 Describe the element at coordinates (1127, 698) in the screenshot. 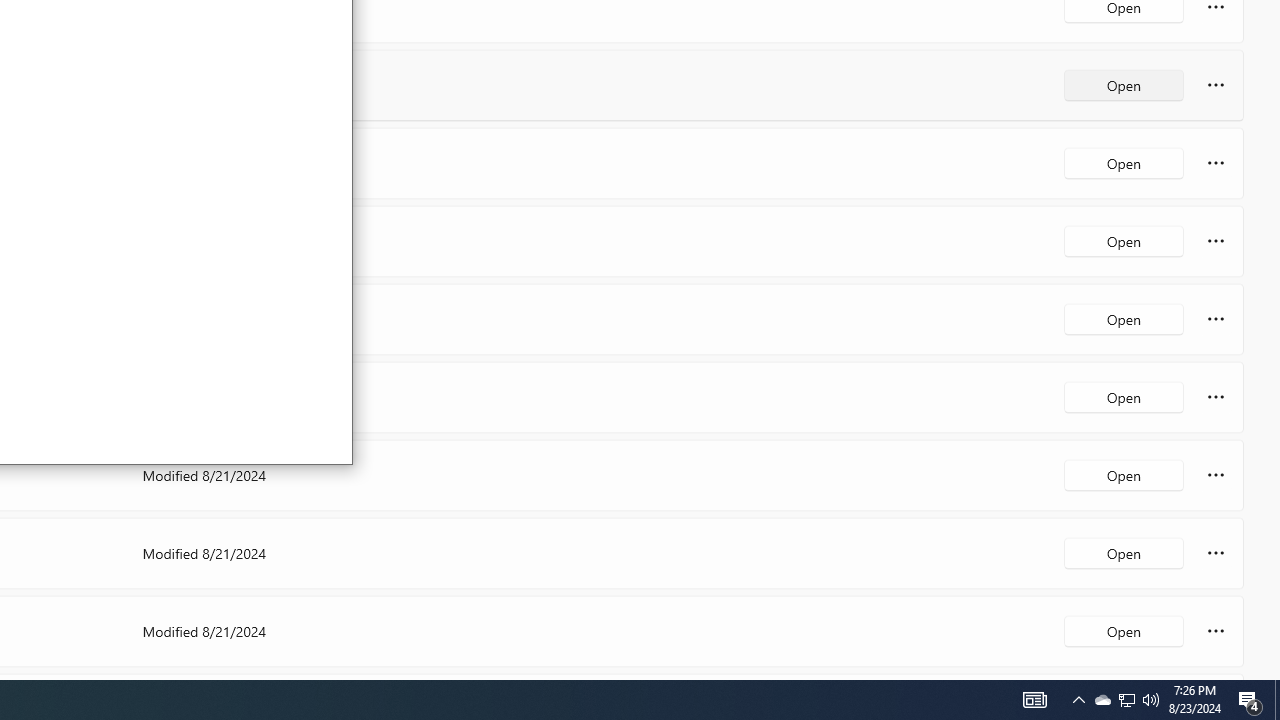

I see `'User Promoted Notification Area'` at that location.